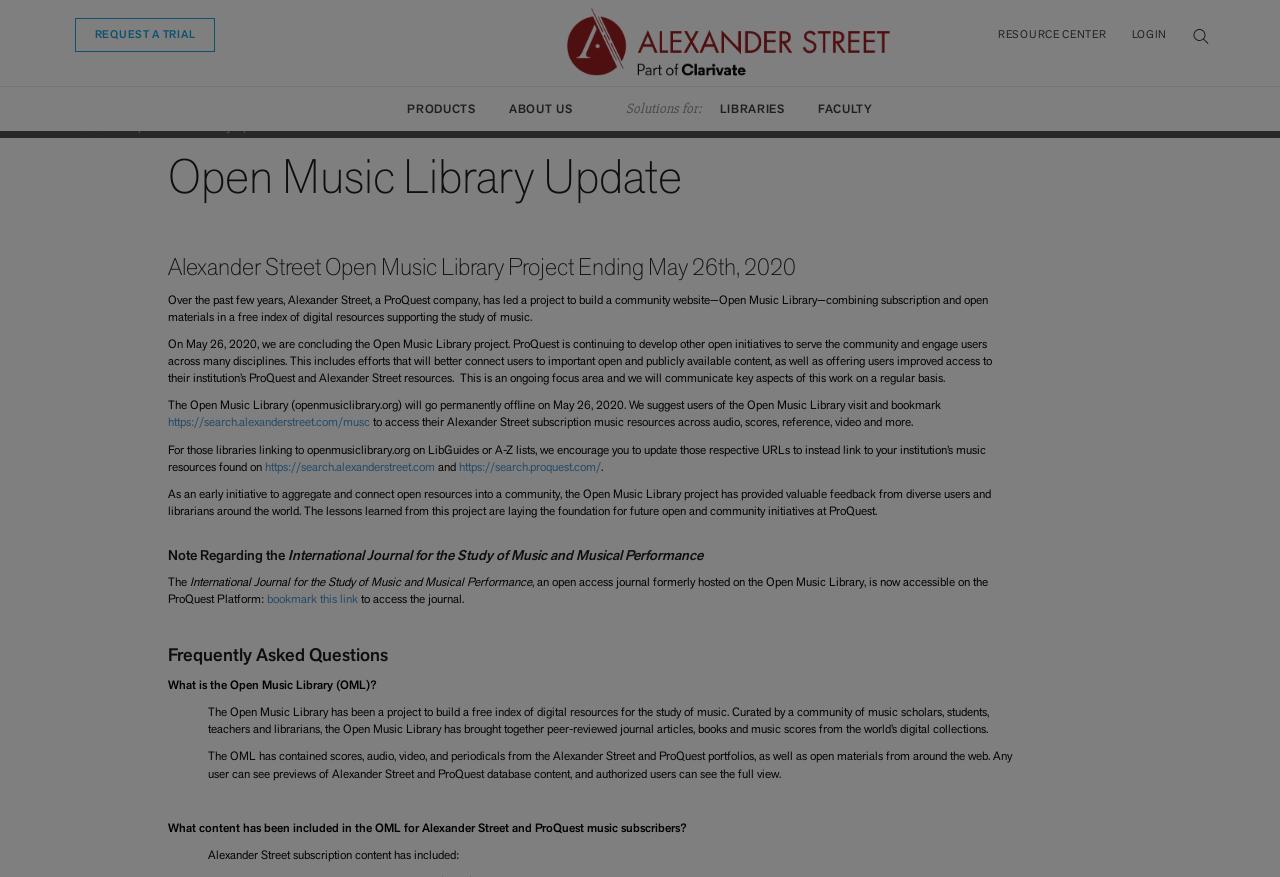 This screenshot has width=1280, height=877. Describe the element at coordinates (577, 360) in the screenshot. I see `'On May 26, 2020, we are concluding the Open Music Library project. ProQuest is continuing to develop other open initiatives to serve the community and engage users across many disciplines. This includes efforts that will better connect users to important open and publicly available content, as well as offering users improved access to their institution’s ProQuest and Alexander Street resources.  This is an ongoing focus area and we will communicate key aspects of this work on a regular basis.'` at that location.